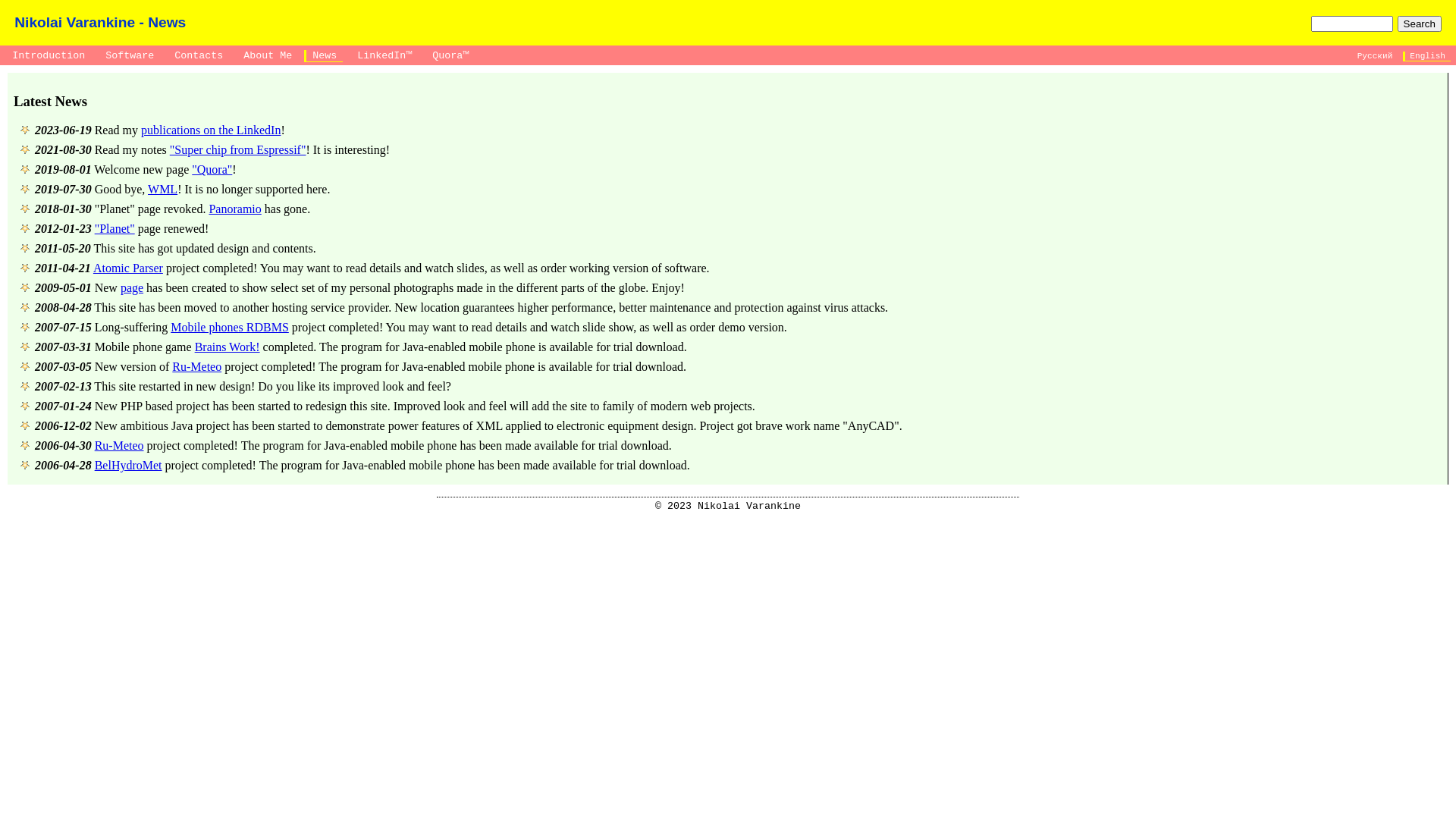 Image resolution: width=1456 pixels, height=819 pixels. What do you see at coordinates (1426, 55) in the screenshot?
I see `' English '` at bounding box center [1426, 55].